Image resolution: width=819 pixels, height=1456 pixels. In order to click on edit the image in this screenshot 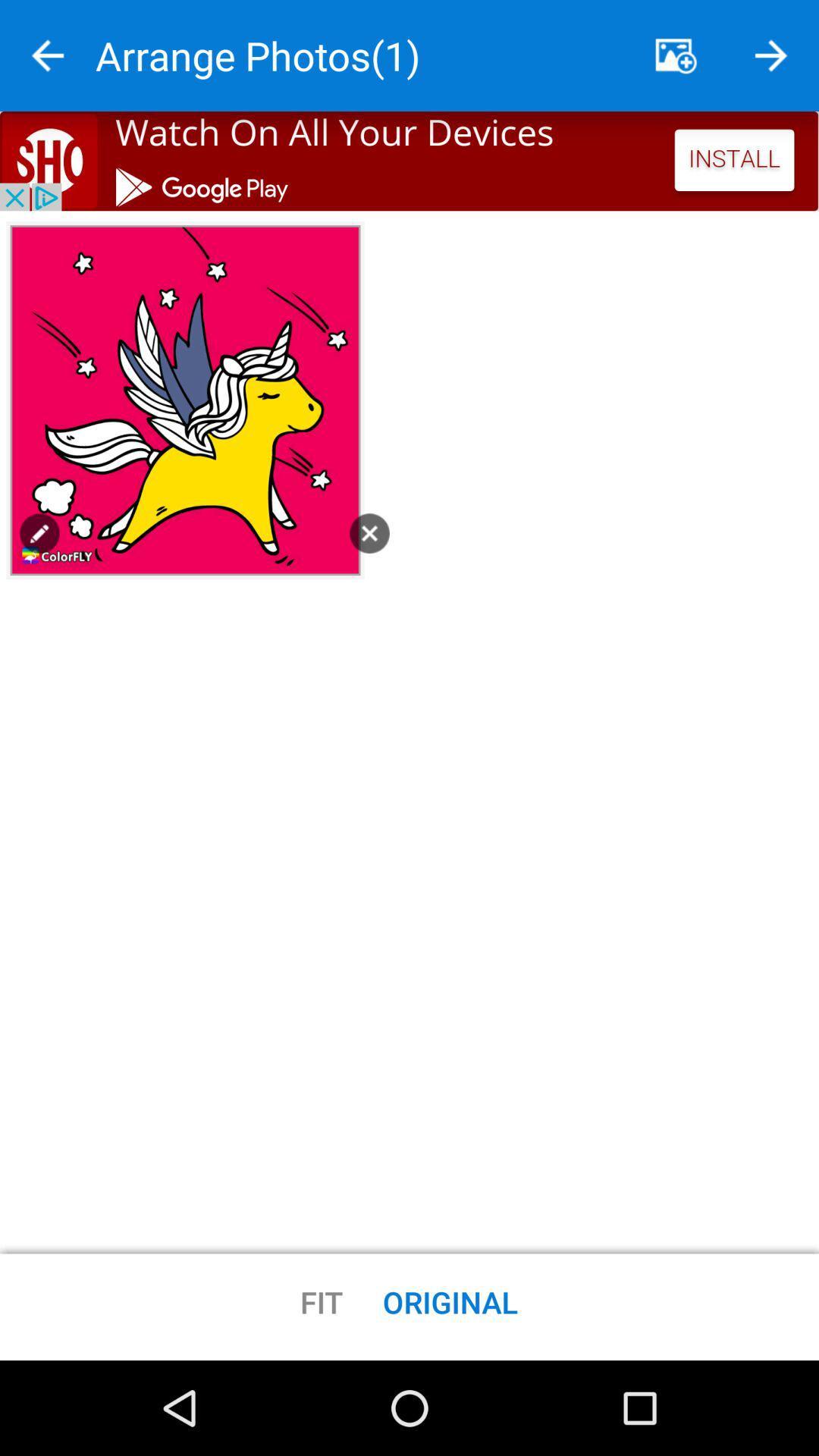, I will do `click(39, 533)`.